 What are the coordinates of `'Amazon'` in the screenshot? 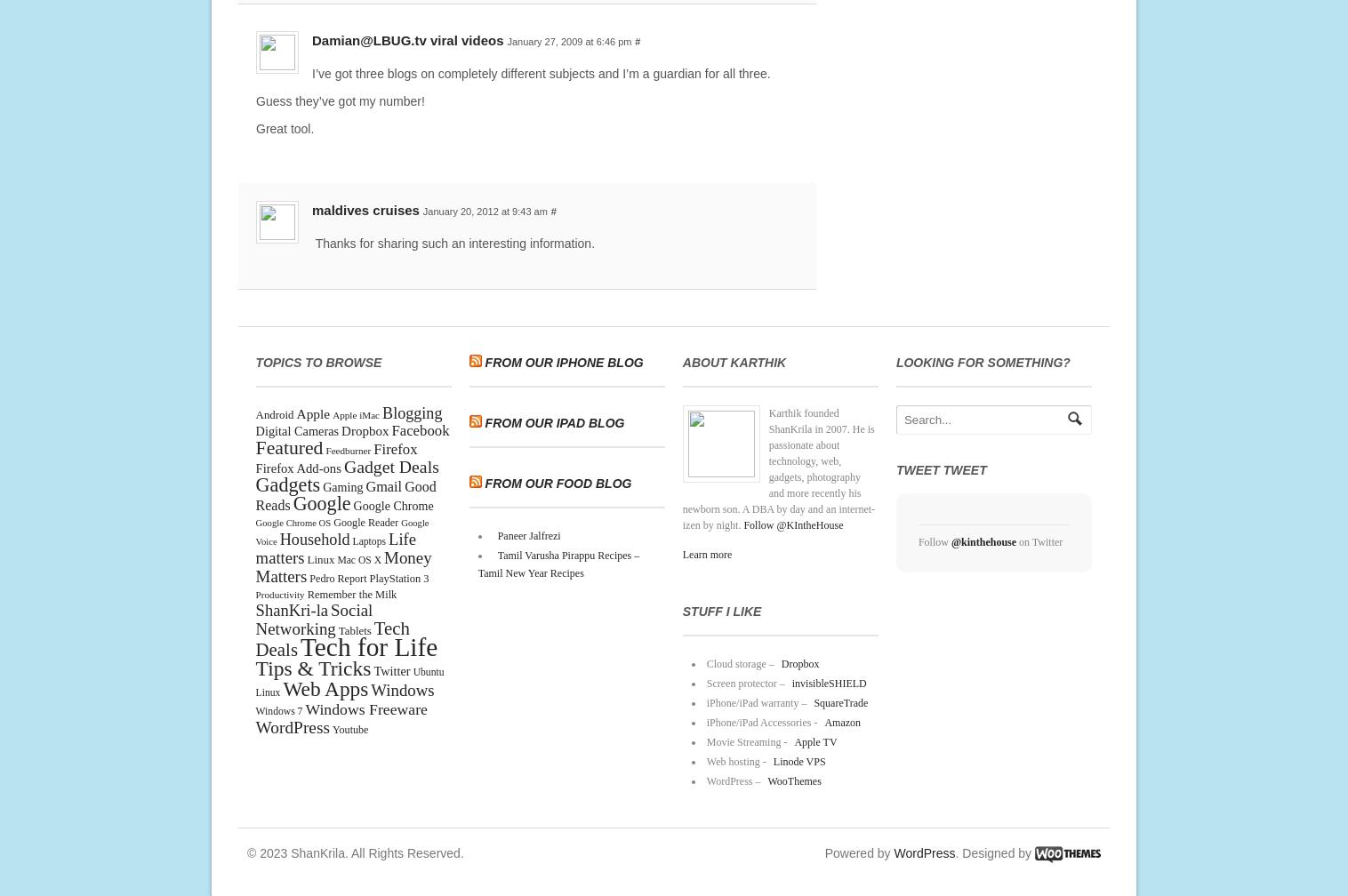 It's located at (841, 722).